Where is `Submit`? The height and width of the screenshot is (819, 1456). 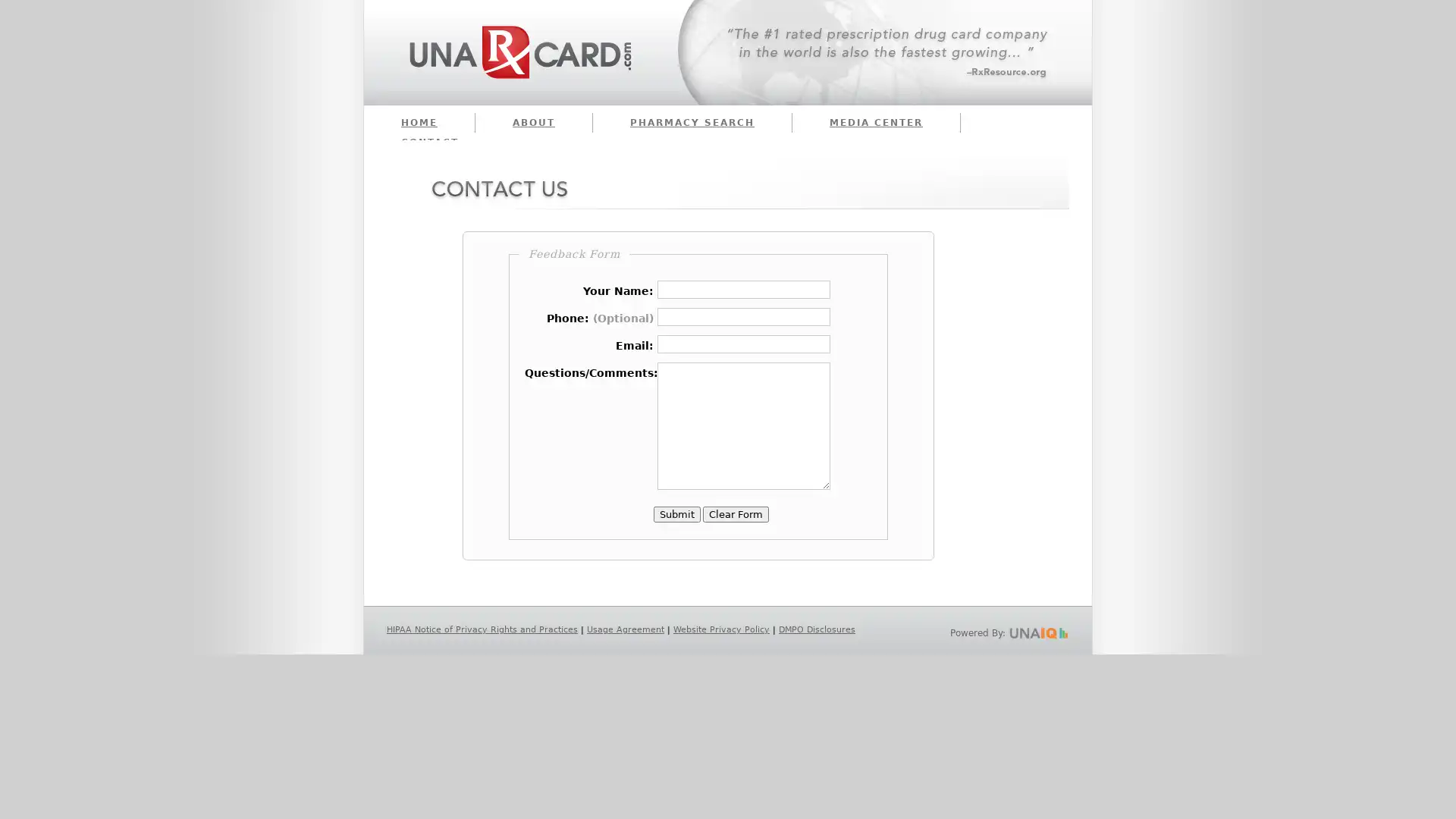 Submit is located at coordinates (676, 513).